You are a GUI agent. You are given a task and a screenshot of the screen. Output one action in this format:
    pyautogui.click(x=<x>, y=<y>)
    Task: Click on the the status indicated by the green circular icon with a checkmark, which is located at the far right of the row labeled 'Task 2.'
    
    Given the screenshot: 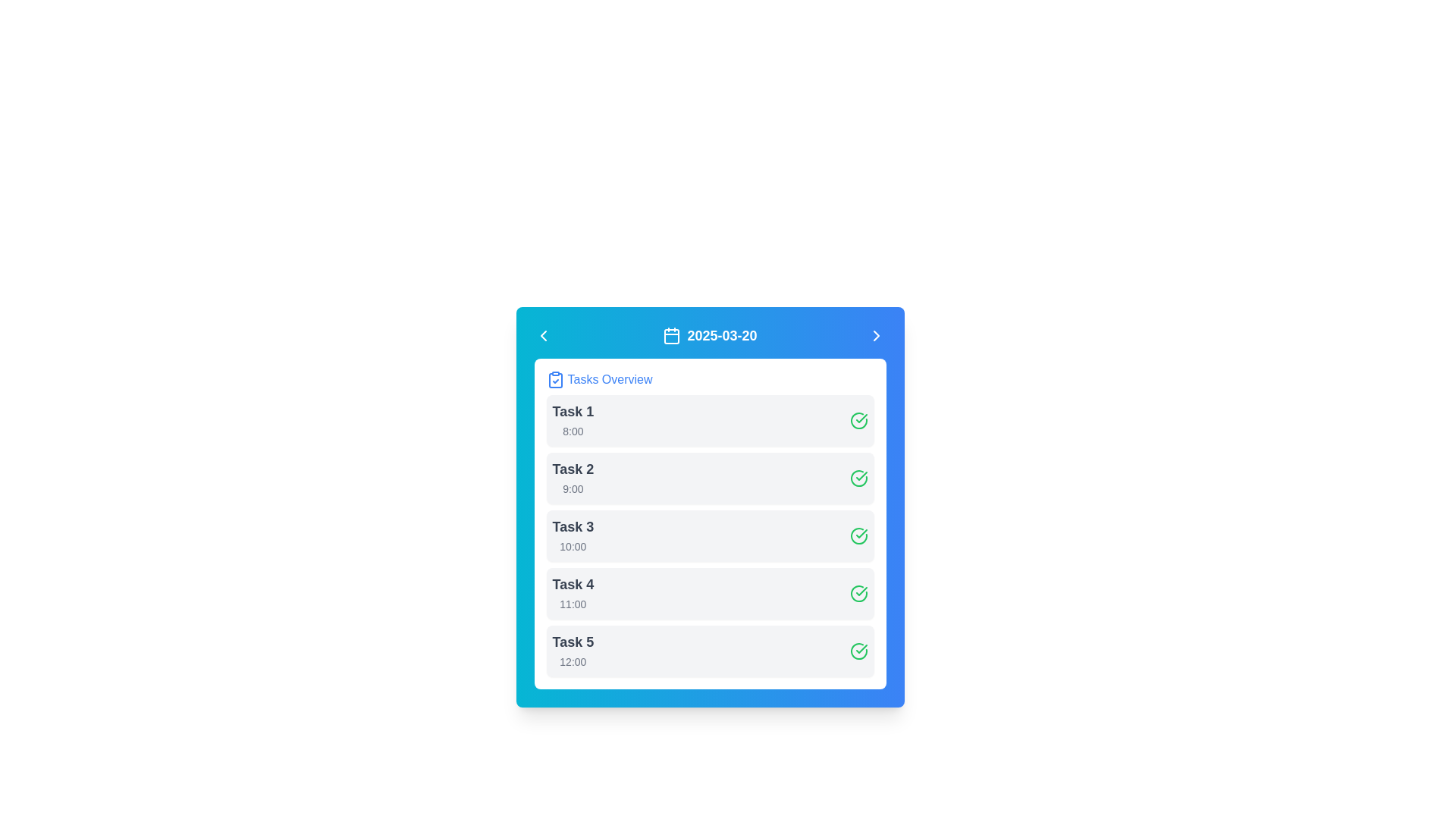 What is the action you would take?
    pyautogui.click(x=858, y=421)
    